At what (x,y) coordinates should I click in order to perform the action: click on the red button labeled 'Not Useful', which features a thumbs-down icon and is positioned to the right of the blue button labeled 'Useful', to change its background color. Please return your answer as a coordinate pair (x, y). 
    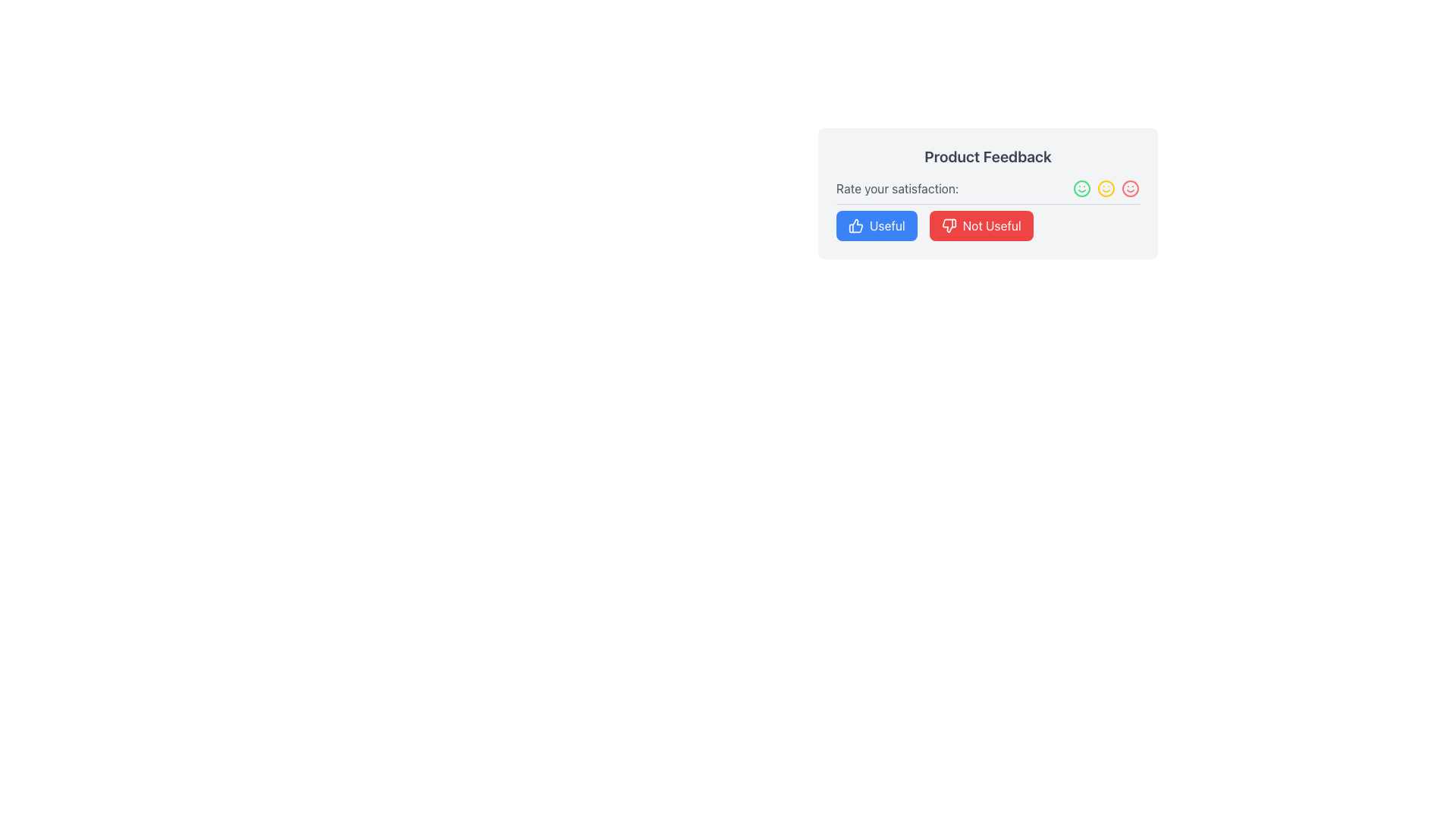
    Looking at the image, I should click on (981, 225).